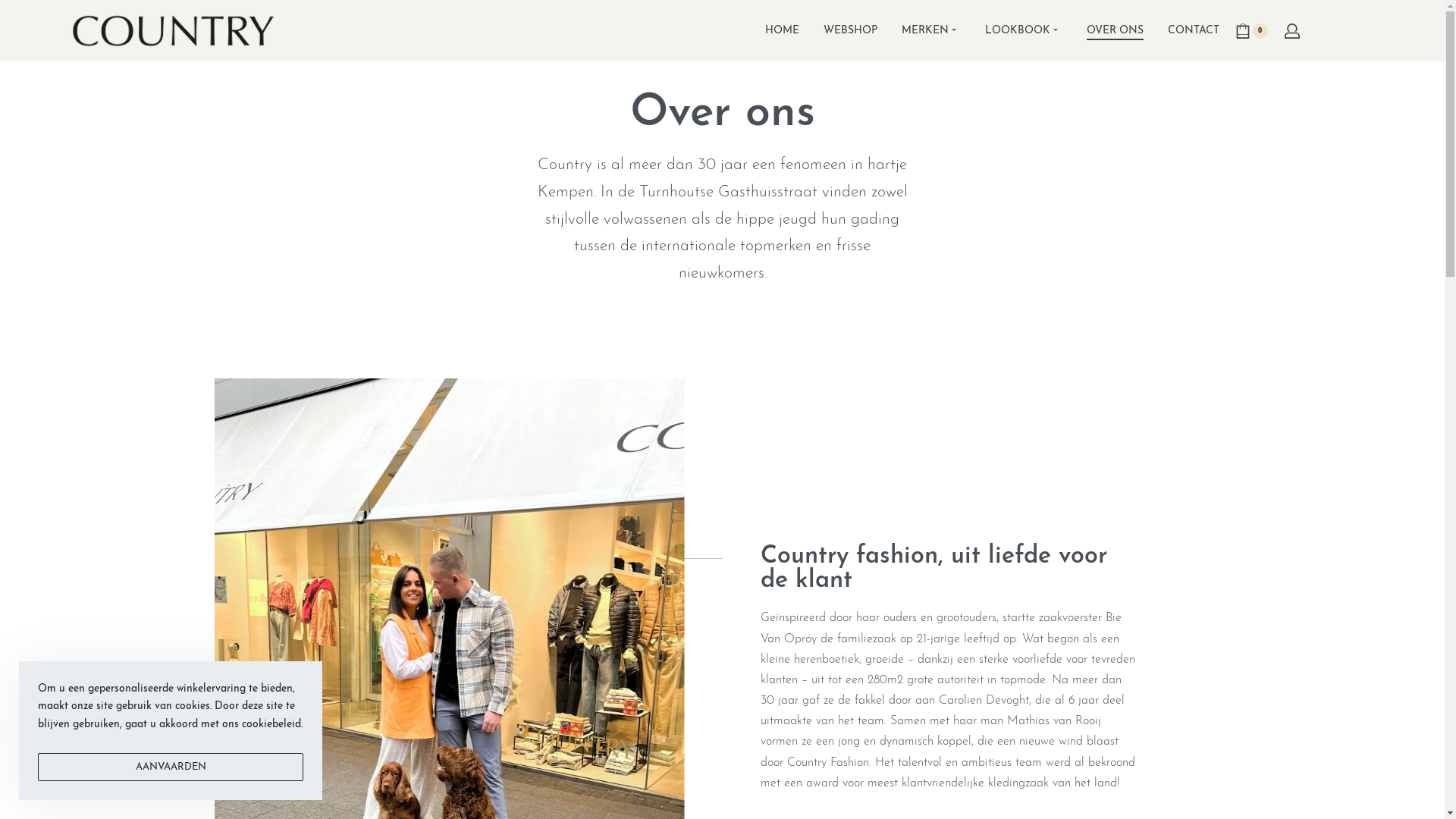 The width and height of the screenshot is (1456, 819). What do you see at coordinates (1193, 31) in the screenshot?
I see `'CONTACT'` at bounding box center [1193, 31].